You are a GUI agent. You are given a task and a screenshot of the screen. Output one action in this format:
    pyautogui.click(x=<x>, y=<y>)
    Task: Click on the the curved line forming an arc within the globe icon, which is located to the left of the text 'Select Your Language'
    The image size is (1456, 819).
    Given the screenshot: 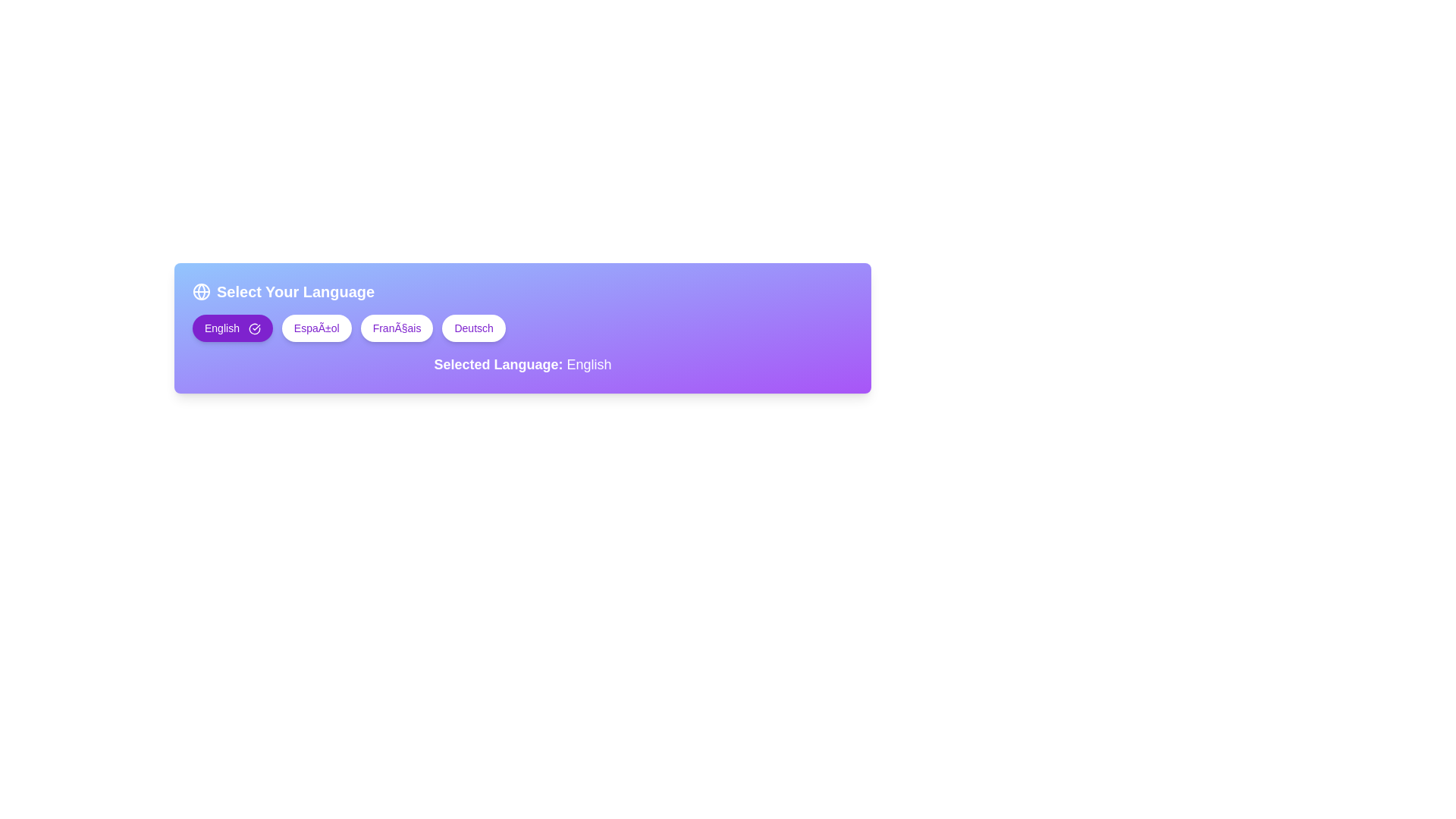 What is the action you would take?
    pyautogui.click(x=200, y=292)
    